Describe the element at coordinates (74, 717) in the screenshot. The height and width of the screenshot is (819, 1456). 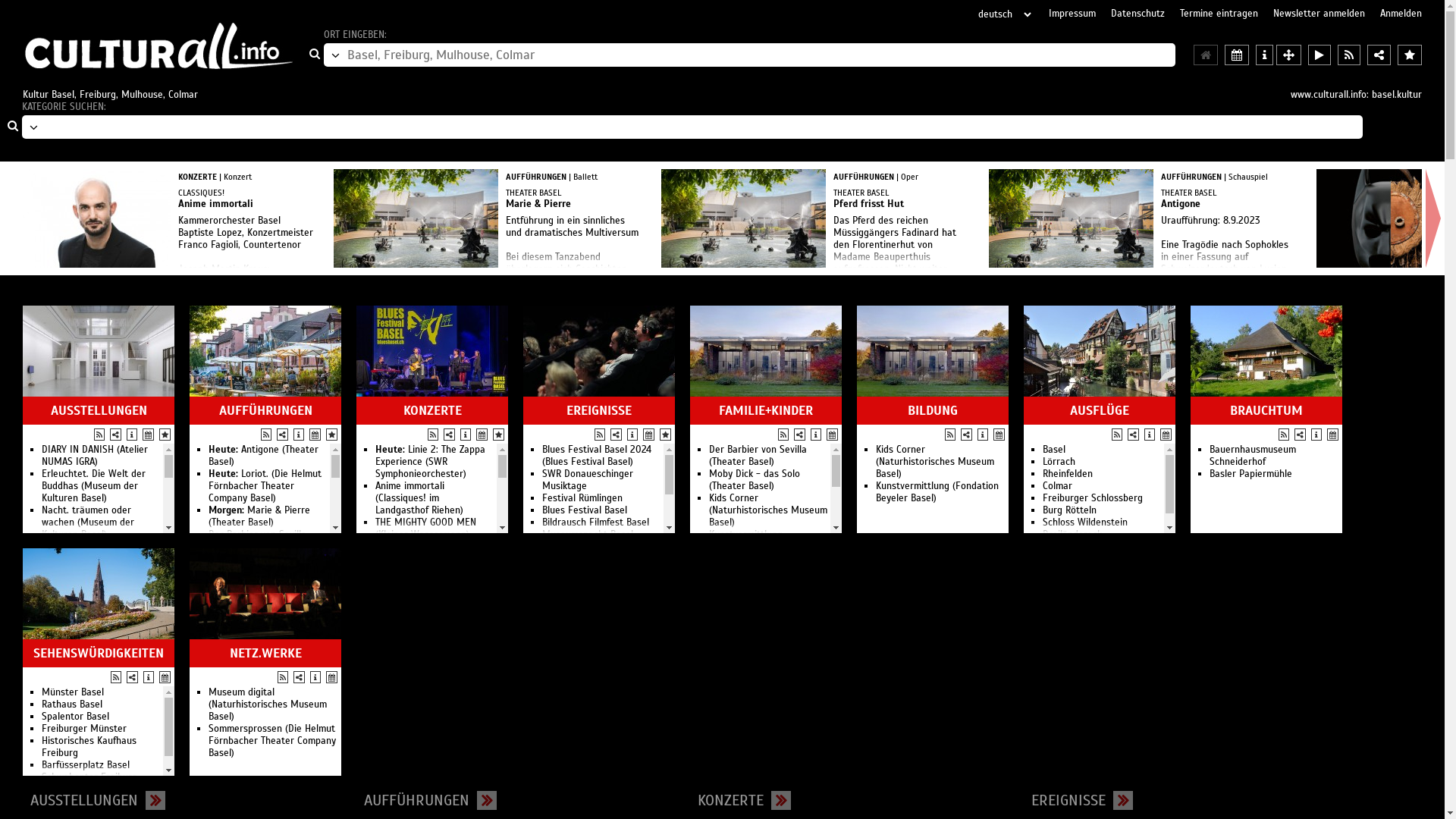
I see `'Spalentor Basel'` at that location.